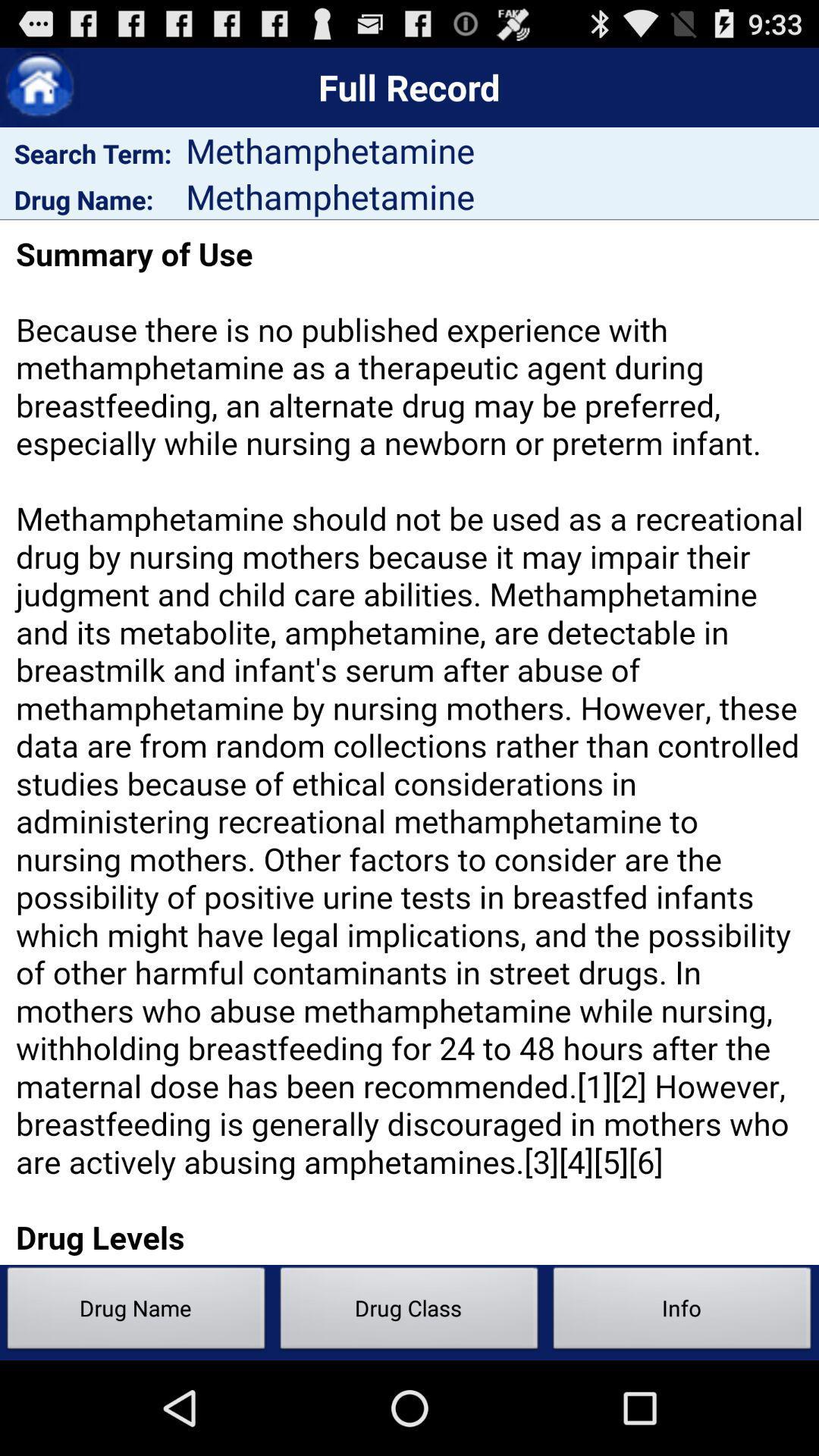  What do you see at coordinates (39, 86) in the screenshot?
I see `icon option` at bounding box center [39, 86].